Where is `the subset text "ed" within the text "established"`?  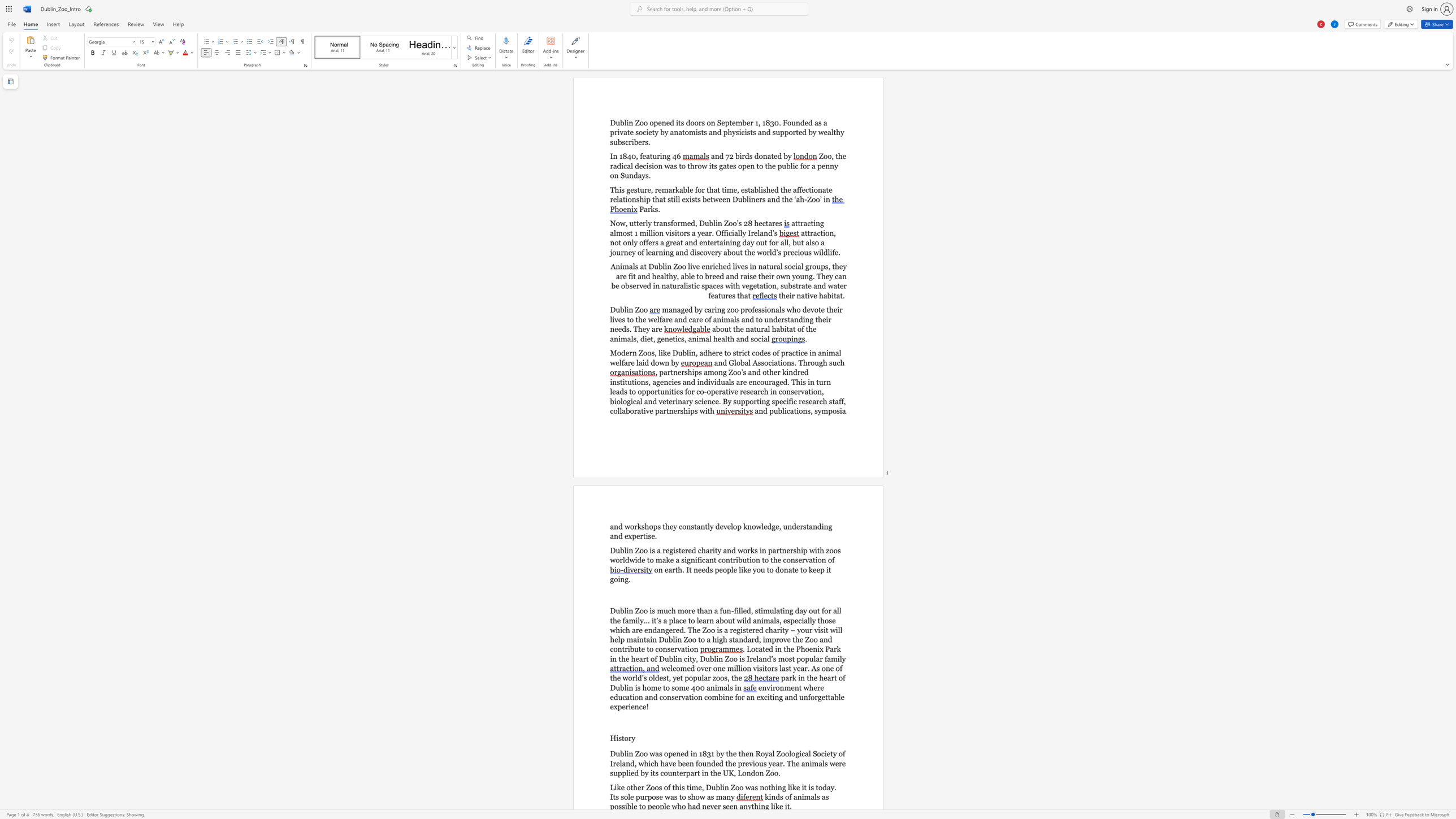 the subset text "ed" within the text "established" is located at coordinates (770, 189).